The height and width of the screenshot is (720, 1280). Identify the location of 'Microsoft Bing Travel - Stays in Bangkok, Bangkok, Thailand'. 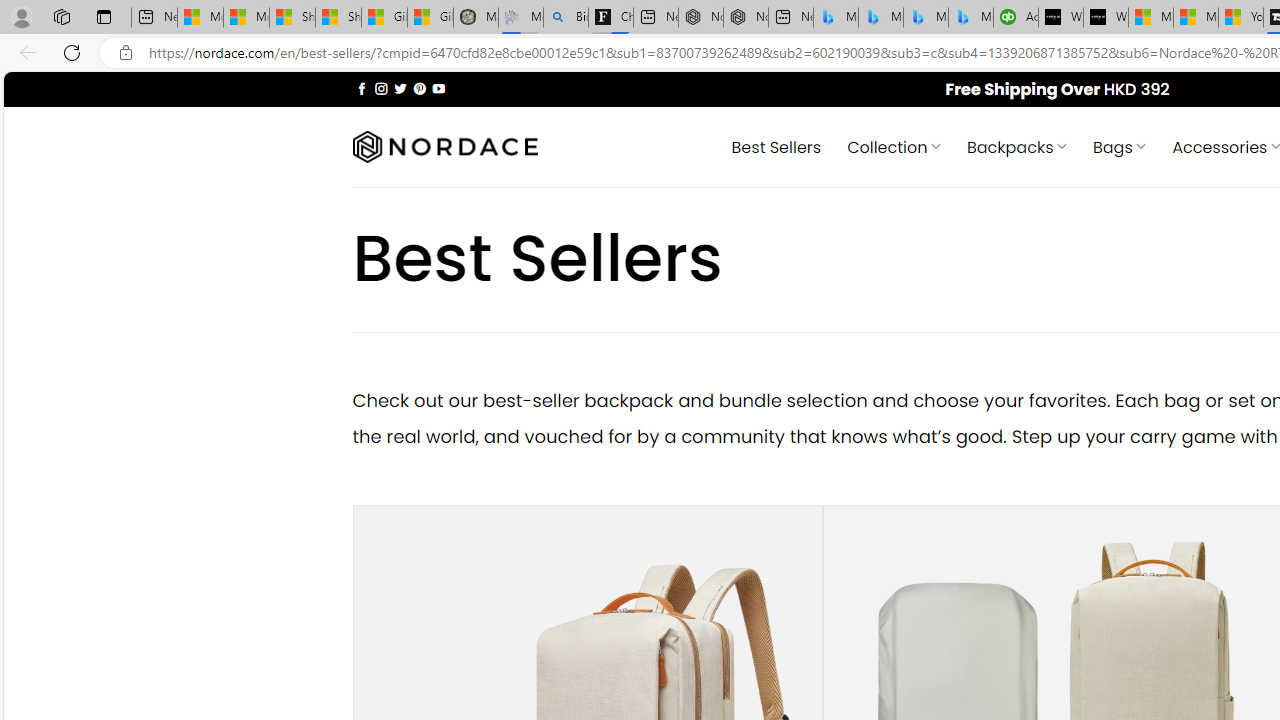
(880, 17).